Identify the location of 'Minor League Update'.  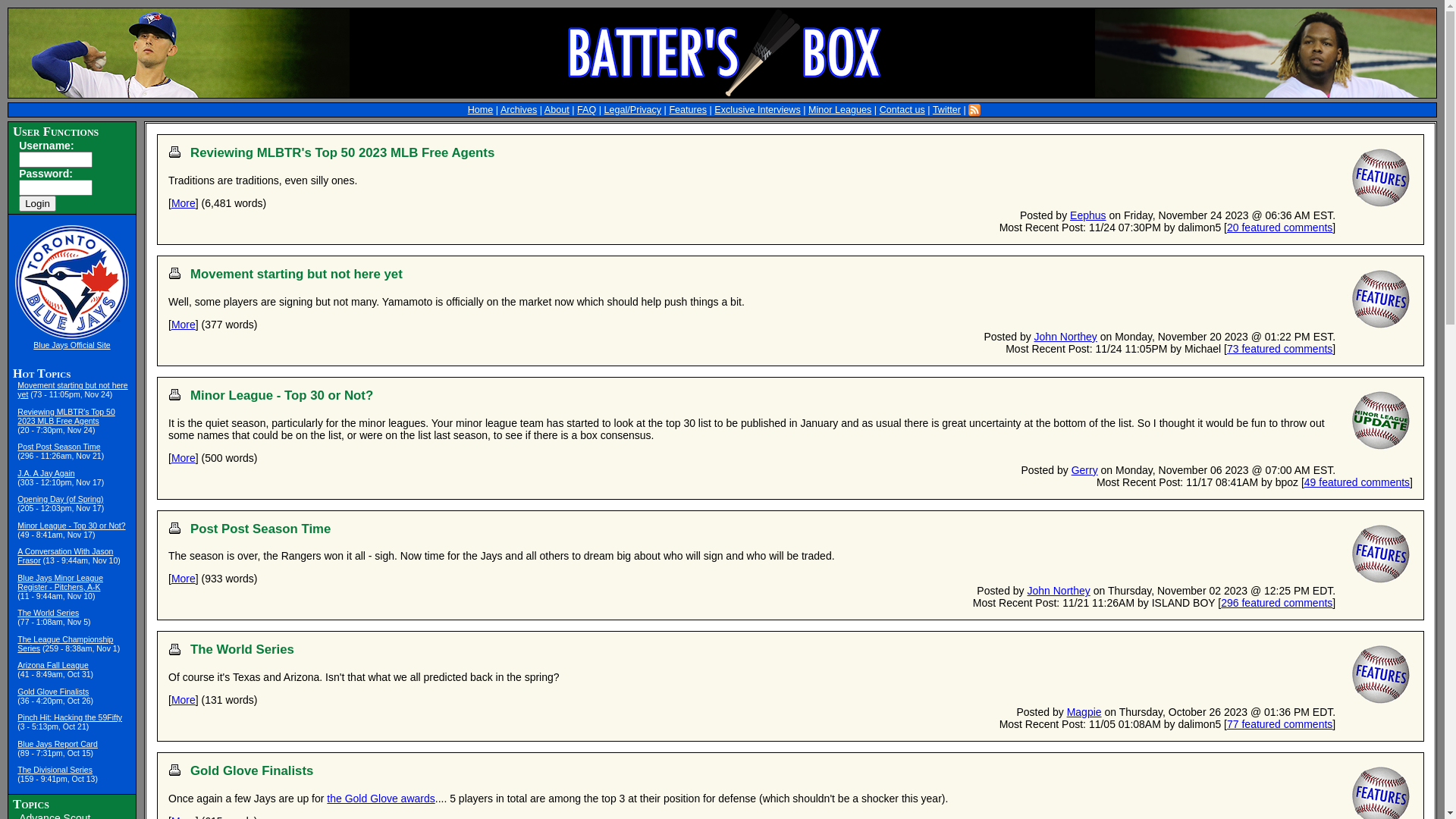
(1348, 420).